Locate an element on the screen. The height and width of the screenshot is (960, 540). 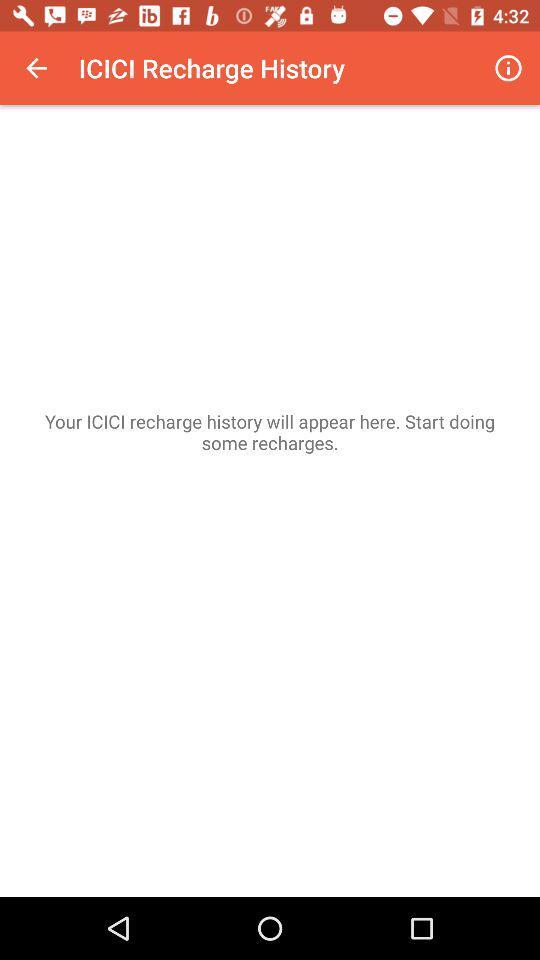
the icon next to icici recharge history item is located at coordinates (36, 68).